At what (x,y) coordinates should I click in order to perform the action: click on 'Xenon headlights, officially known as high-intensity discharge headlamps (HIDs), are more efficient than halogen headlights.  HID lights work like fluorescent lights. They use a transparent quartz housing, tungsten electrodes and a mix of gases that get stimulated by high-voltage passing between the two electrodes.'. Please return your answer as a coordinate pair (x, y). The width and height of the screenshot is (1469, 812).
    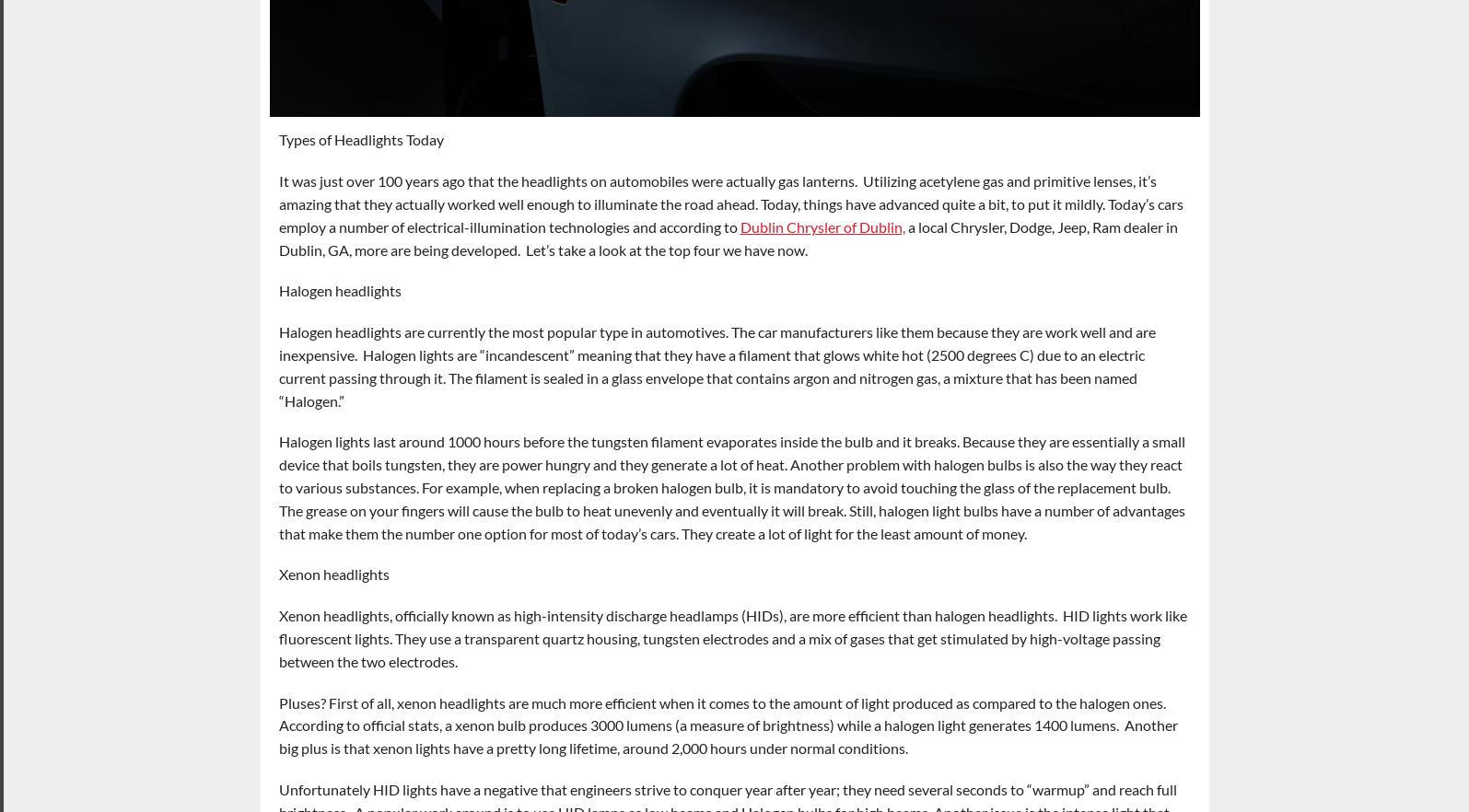
    Looking at the image, I should click on (731, 636).